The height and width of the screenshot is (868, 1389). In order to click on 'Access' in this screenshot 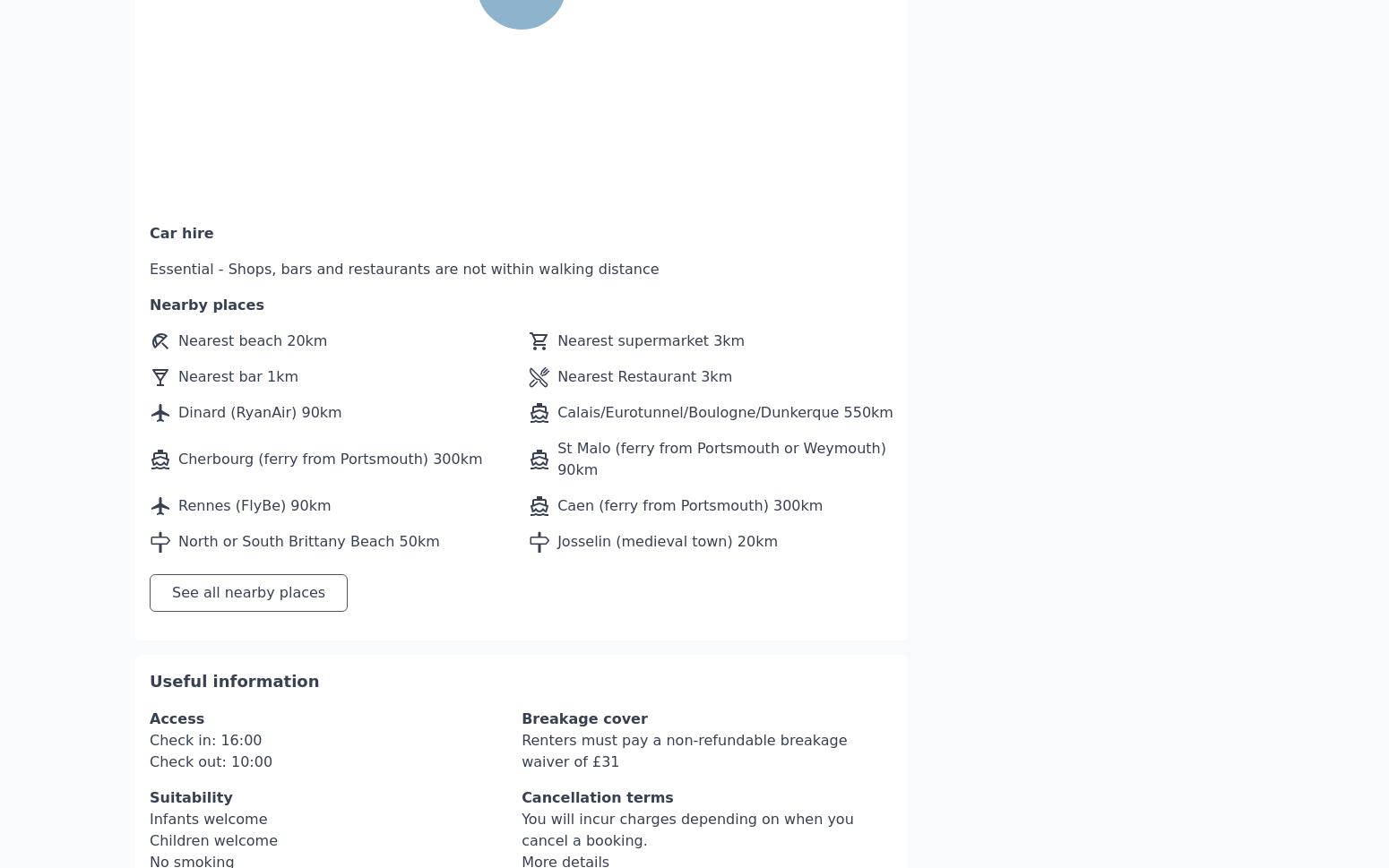, I will do `click(176, 665)`.